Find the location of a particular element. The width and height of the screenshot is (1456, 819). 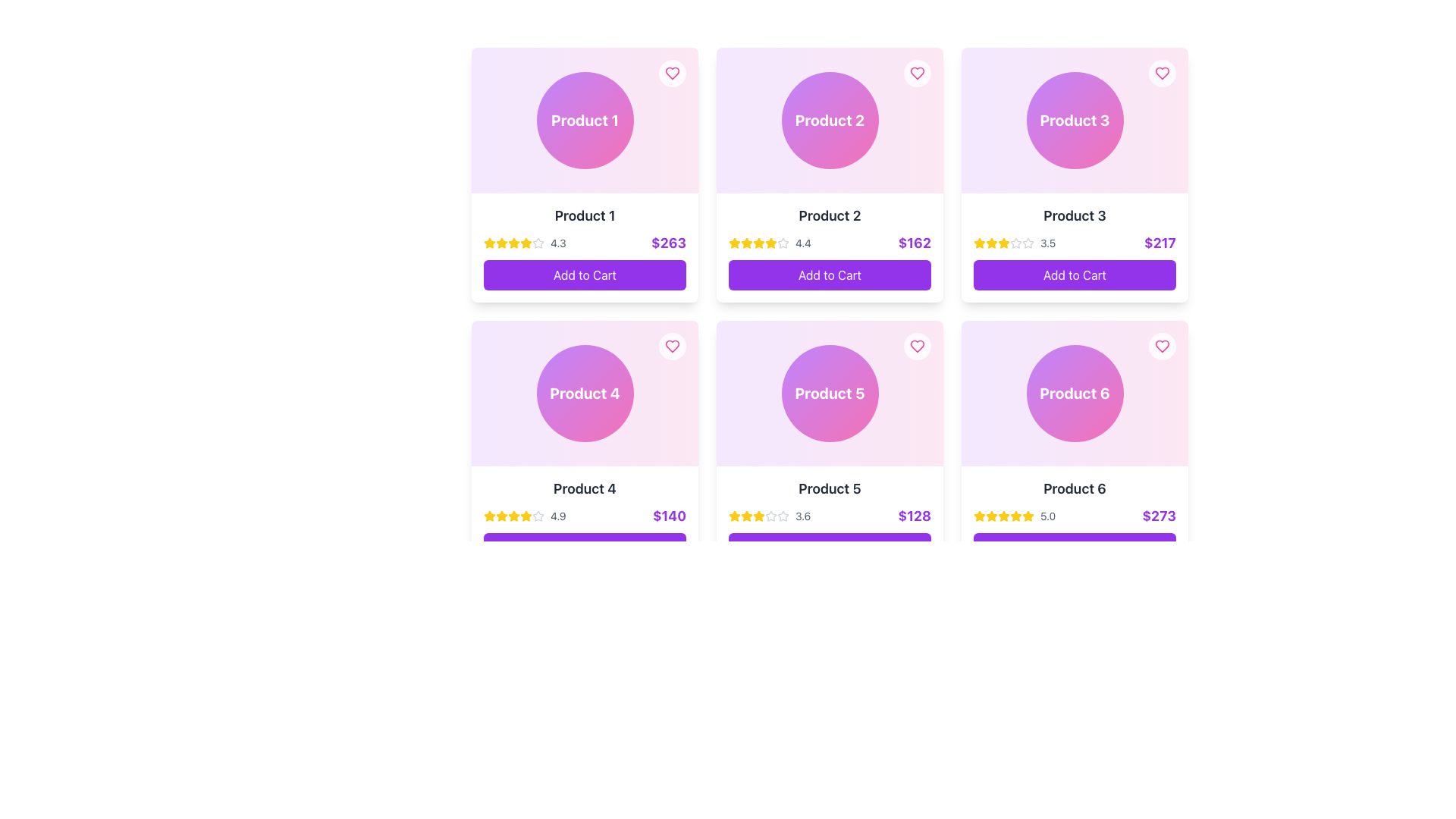

the first rating star icon representing the product 'Product 6' is located at coordinates (979, 516).